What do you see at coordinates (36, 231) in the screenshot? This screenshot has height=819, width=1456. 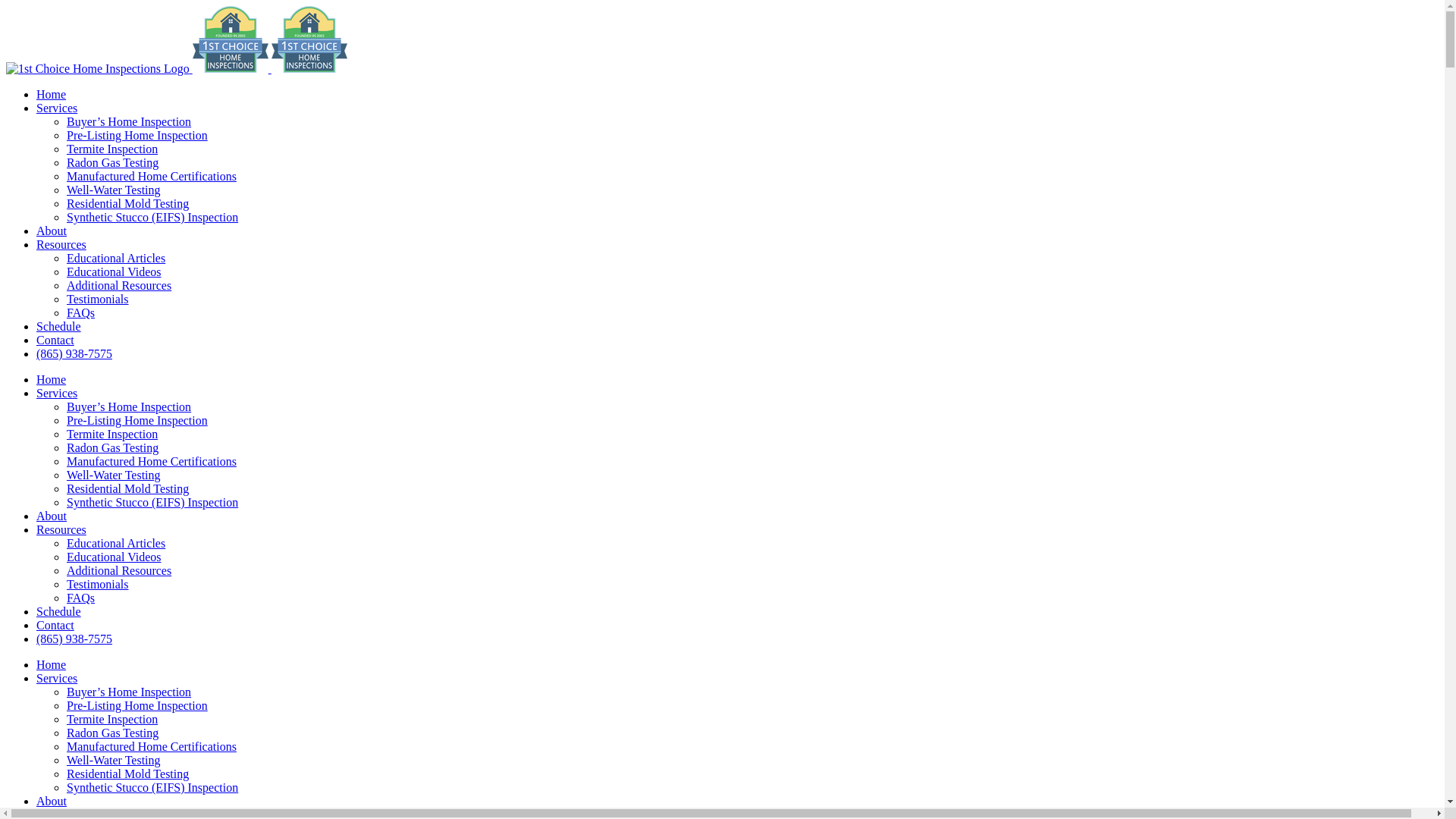 I see `'About'` at bounding box center [36, 231].